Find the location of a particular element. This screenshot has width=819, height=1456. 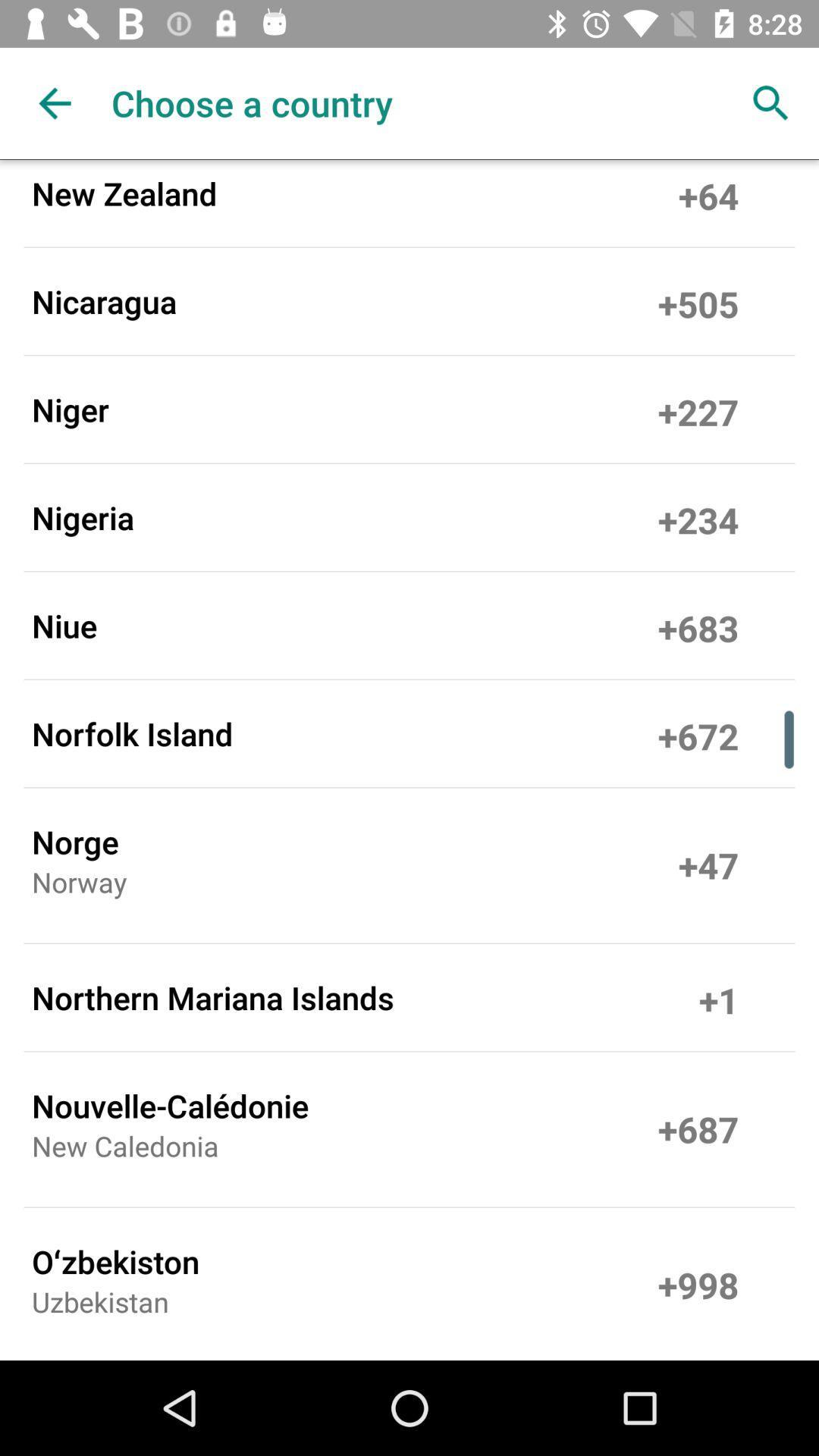

item above +234 item is located at coordinates (698, 409).